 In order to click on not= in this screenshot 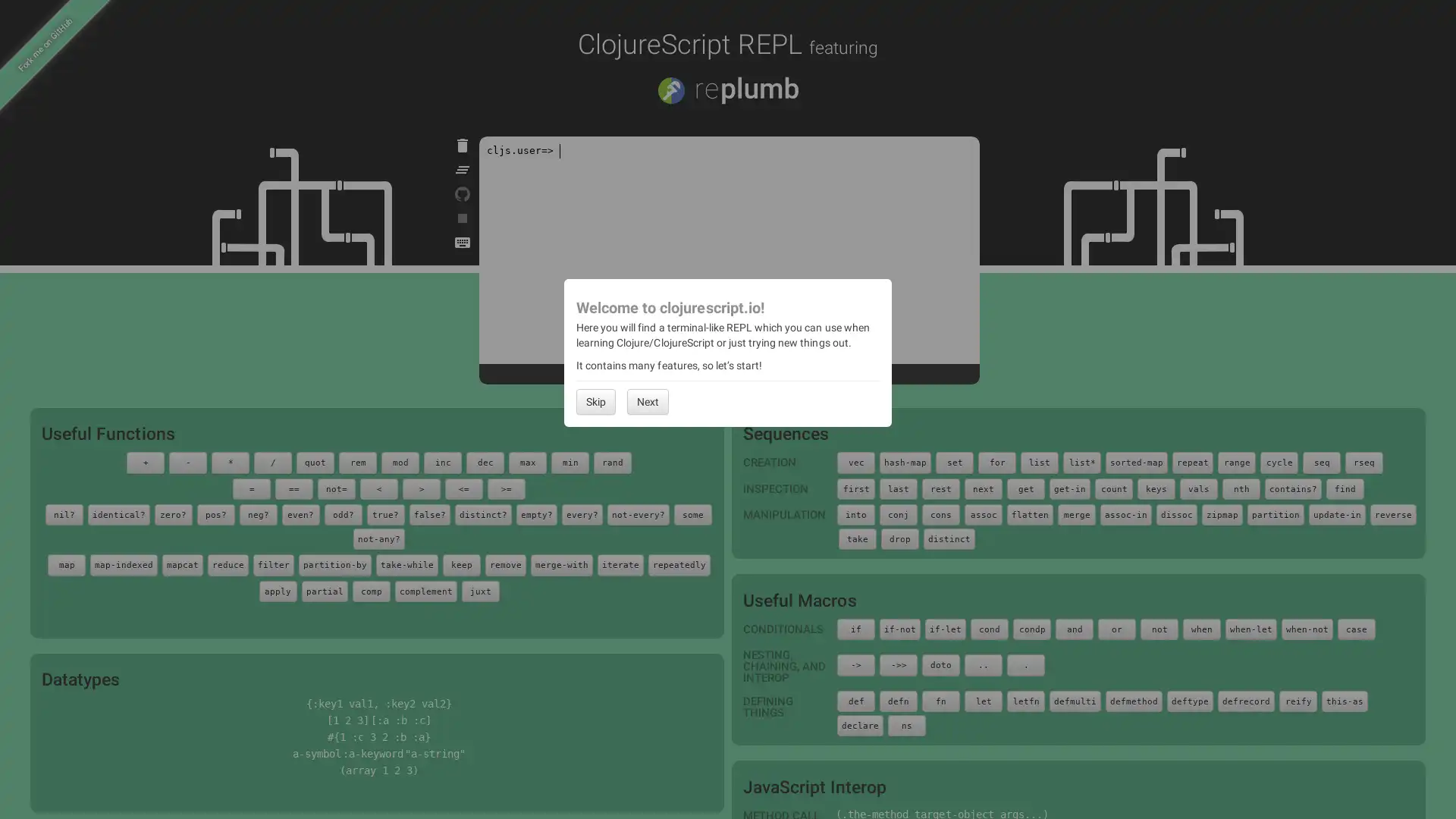, I will do `click(336, 488)`.